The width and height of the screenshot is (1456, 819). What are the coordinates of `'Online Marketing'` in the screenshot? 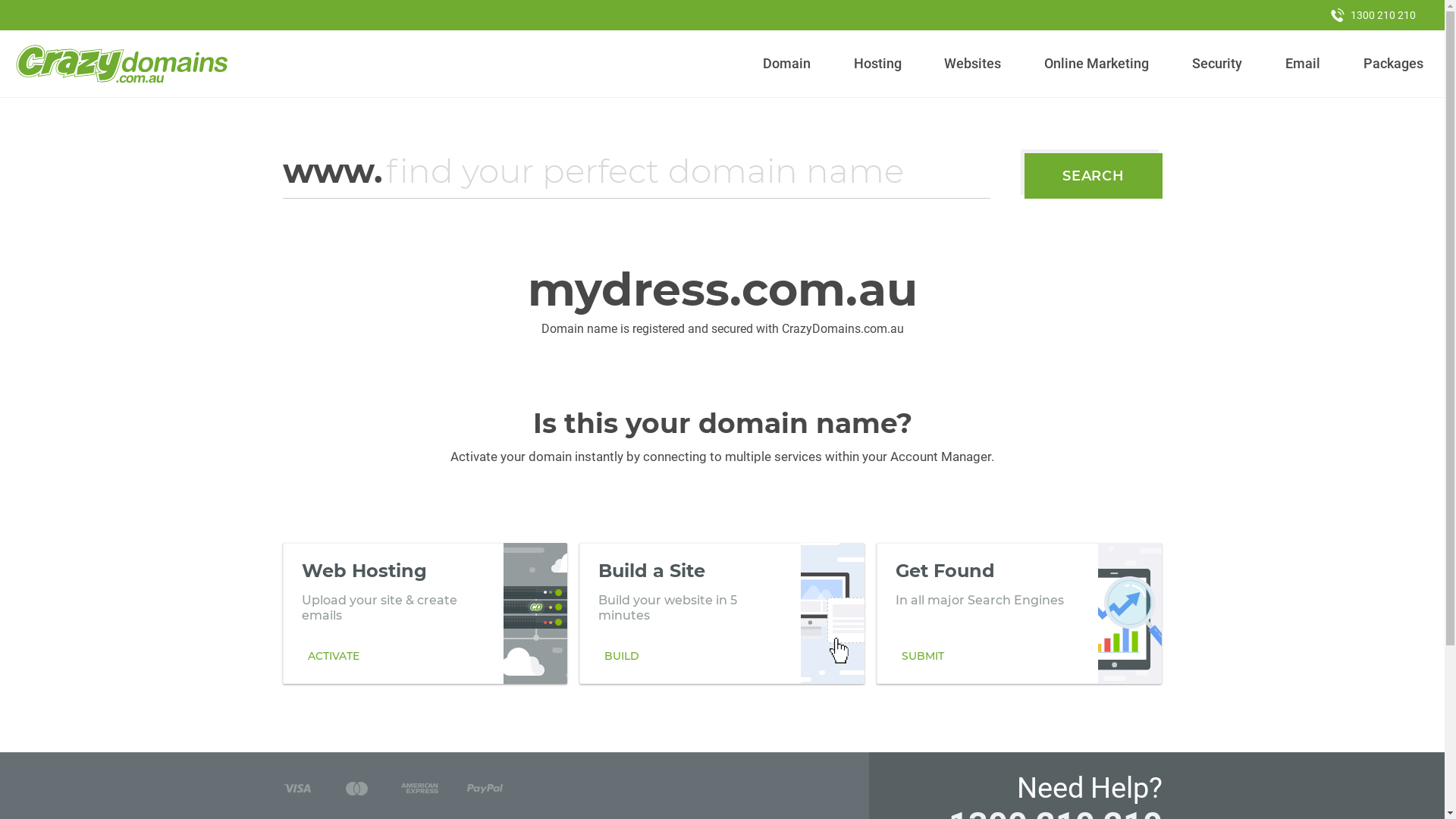 It's located at (1097, 63).